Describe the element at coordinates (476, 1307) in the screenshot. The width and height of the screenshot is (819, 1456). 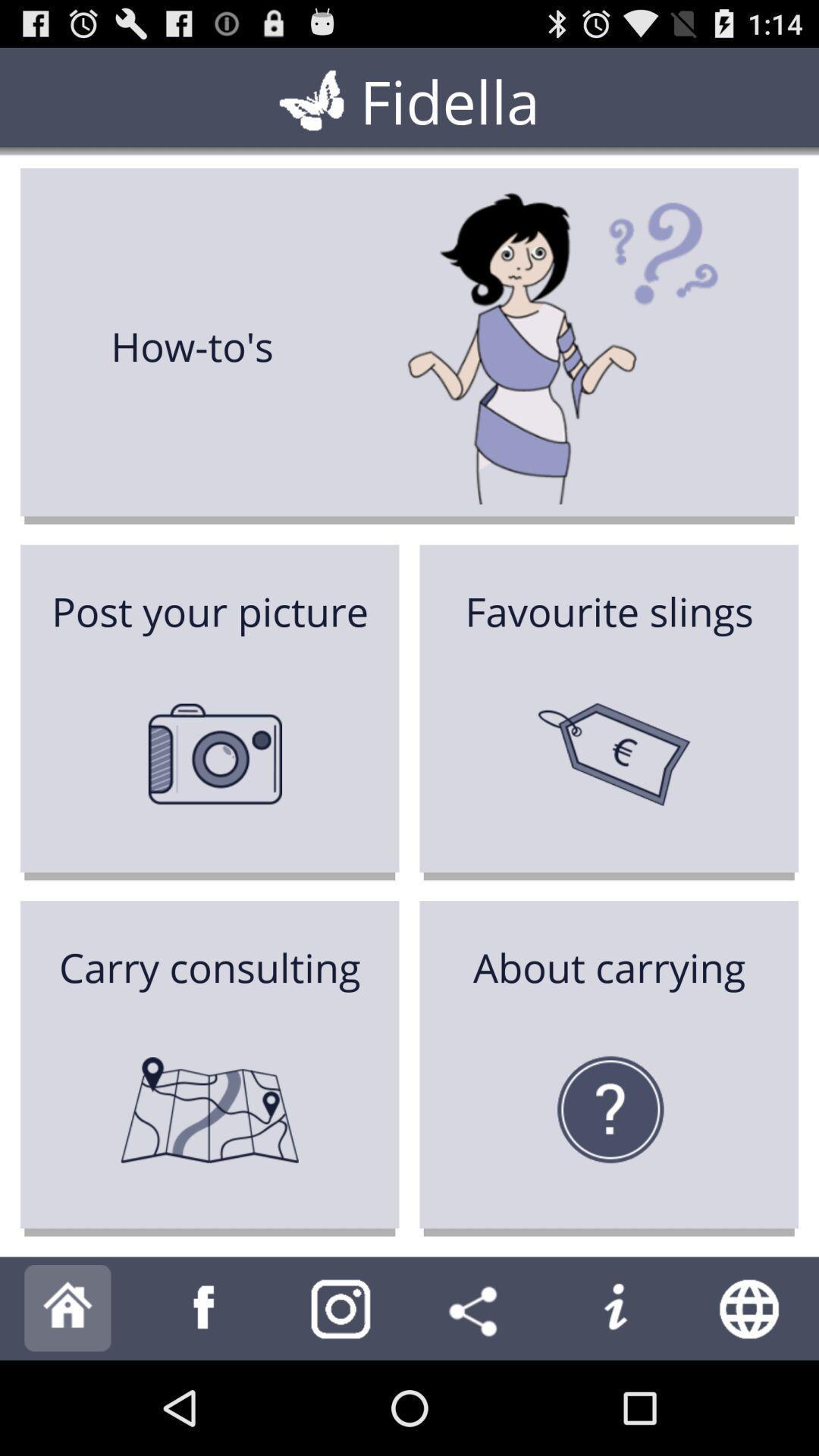
I see `share in other social media` at that location.